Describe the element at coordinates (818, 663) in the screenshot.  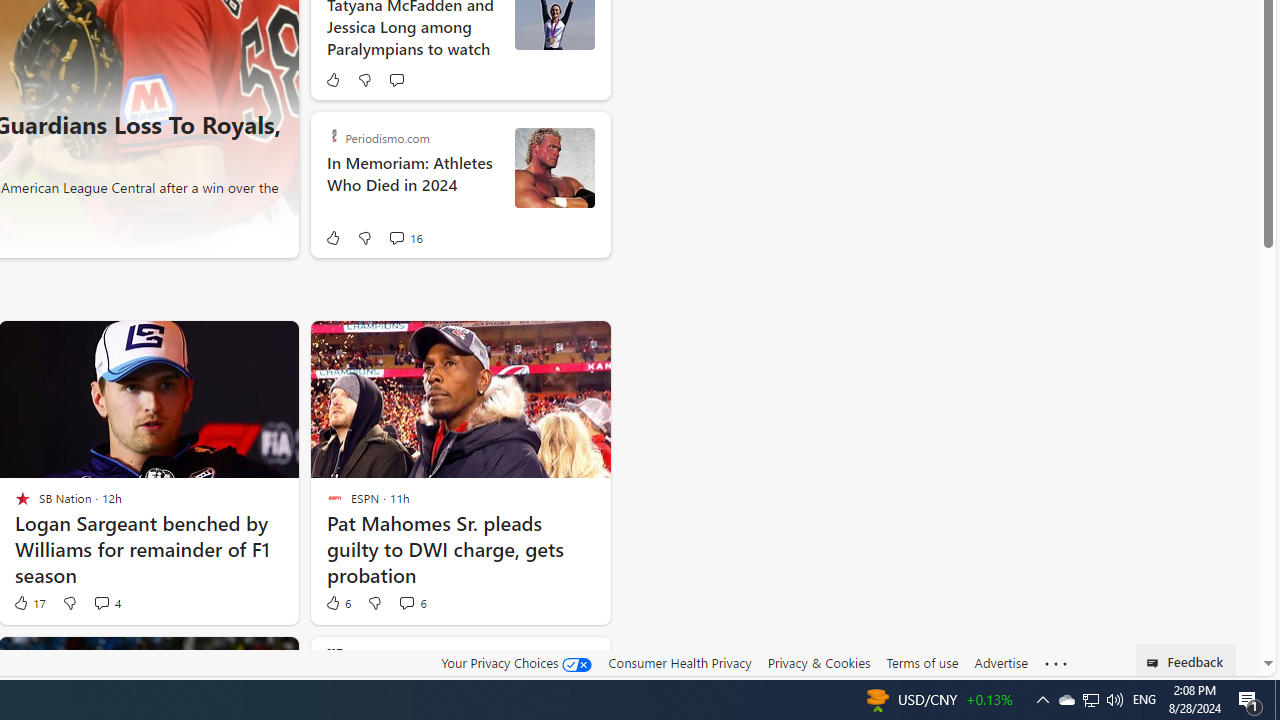
I see `'Privacy & Cookies'` at that location.